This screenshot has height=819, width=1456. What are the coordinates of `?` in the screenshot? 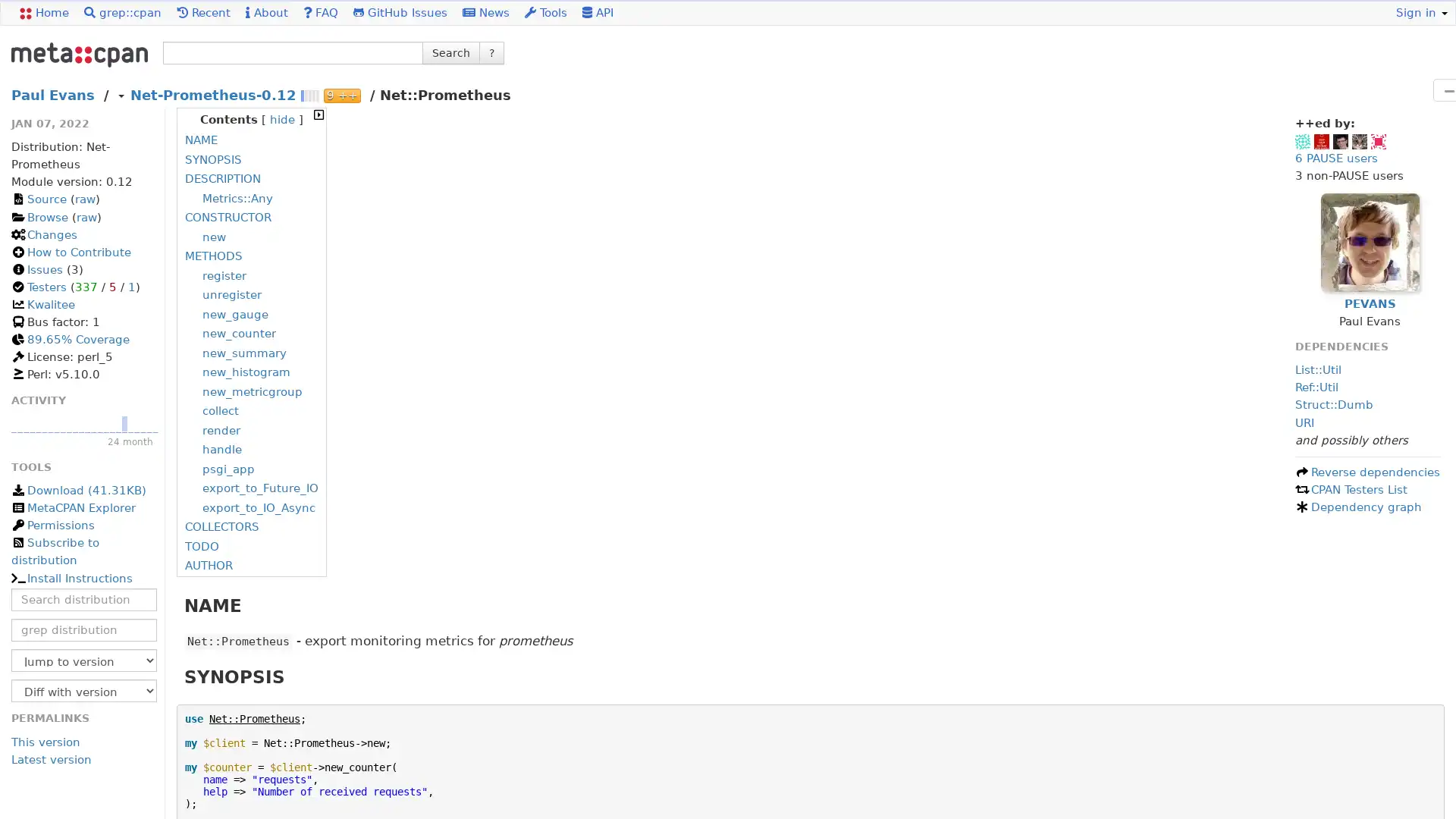 It's located at (491, 52).